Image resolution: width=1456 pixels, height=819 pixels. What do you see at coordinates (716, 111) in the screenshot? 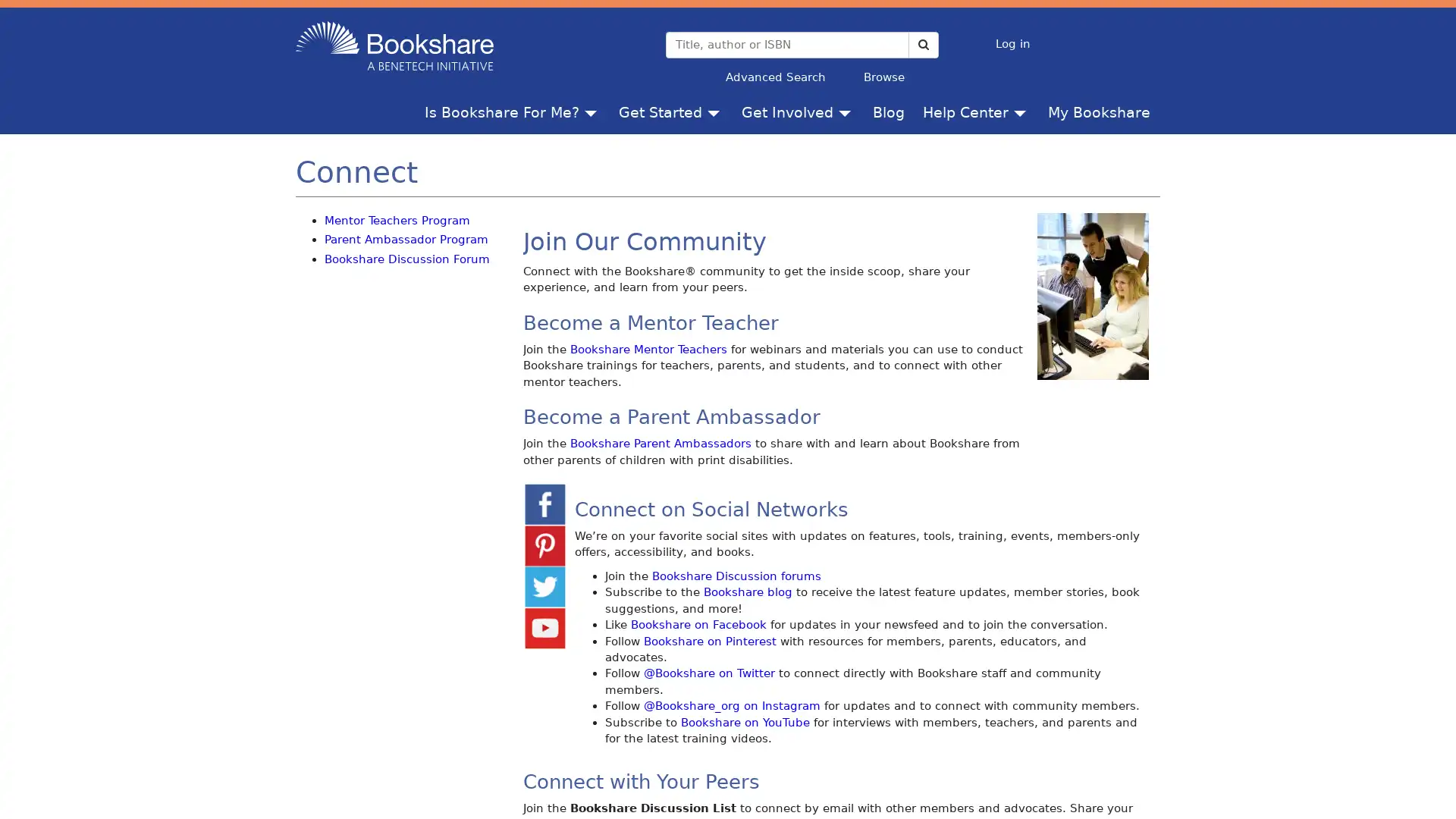
I see `Get Started menu` at bounding box center [716, 111].